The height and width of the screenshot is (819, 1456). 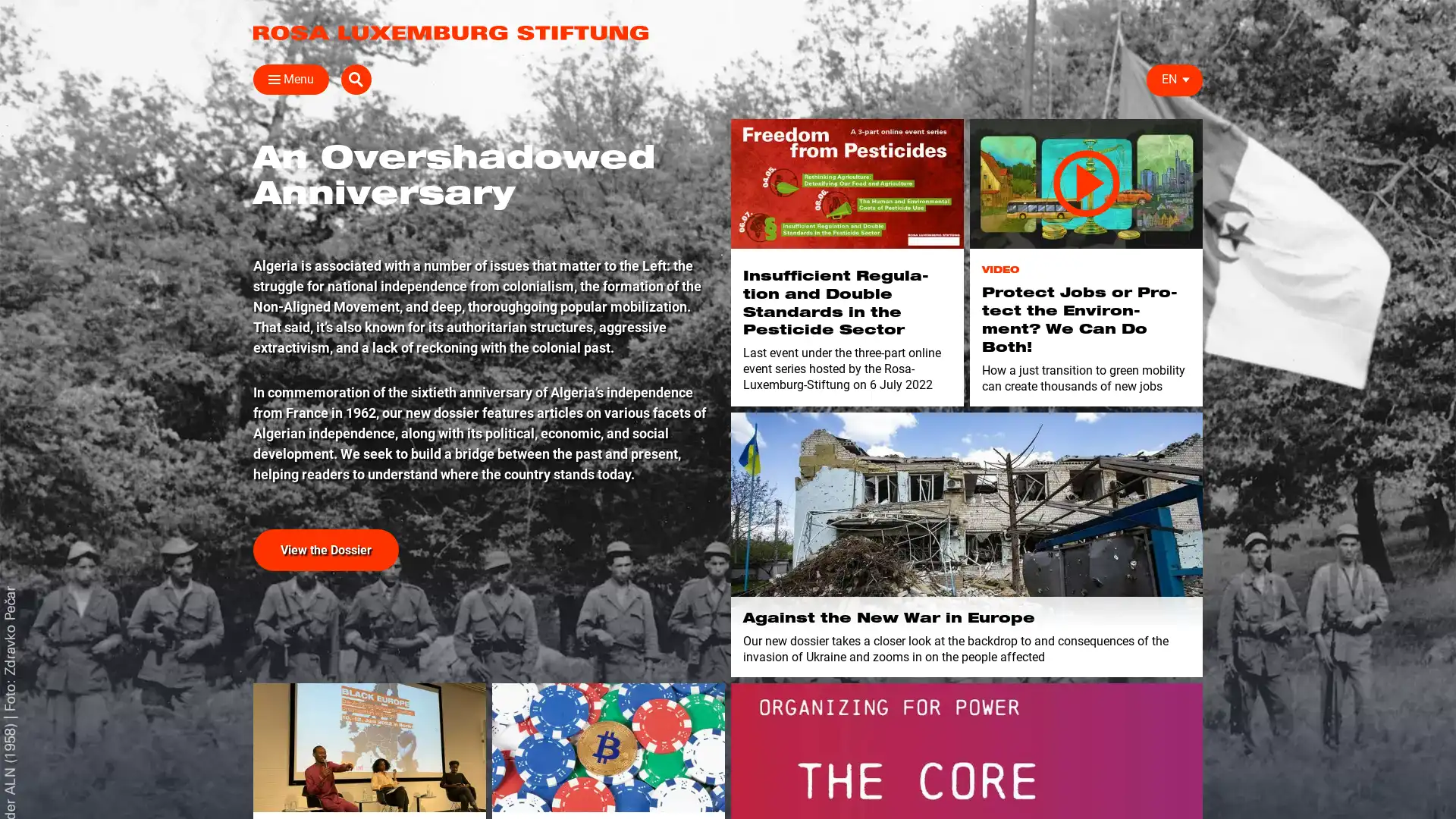 I want to click on Show more / less, so click(x=246, y=227).